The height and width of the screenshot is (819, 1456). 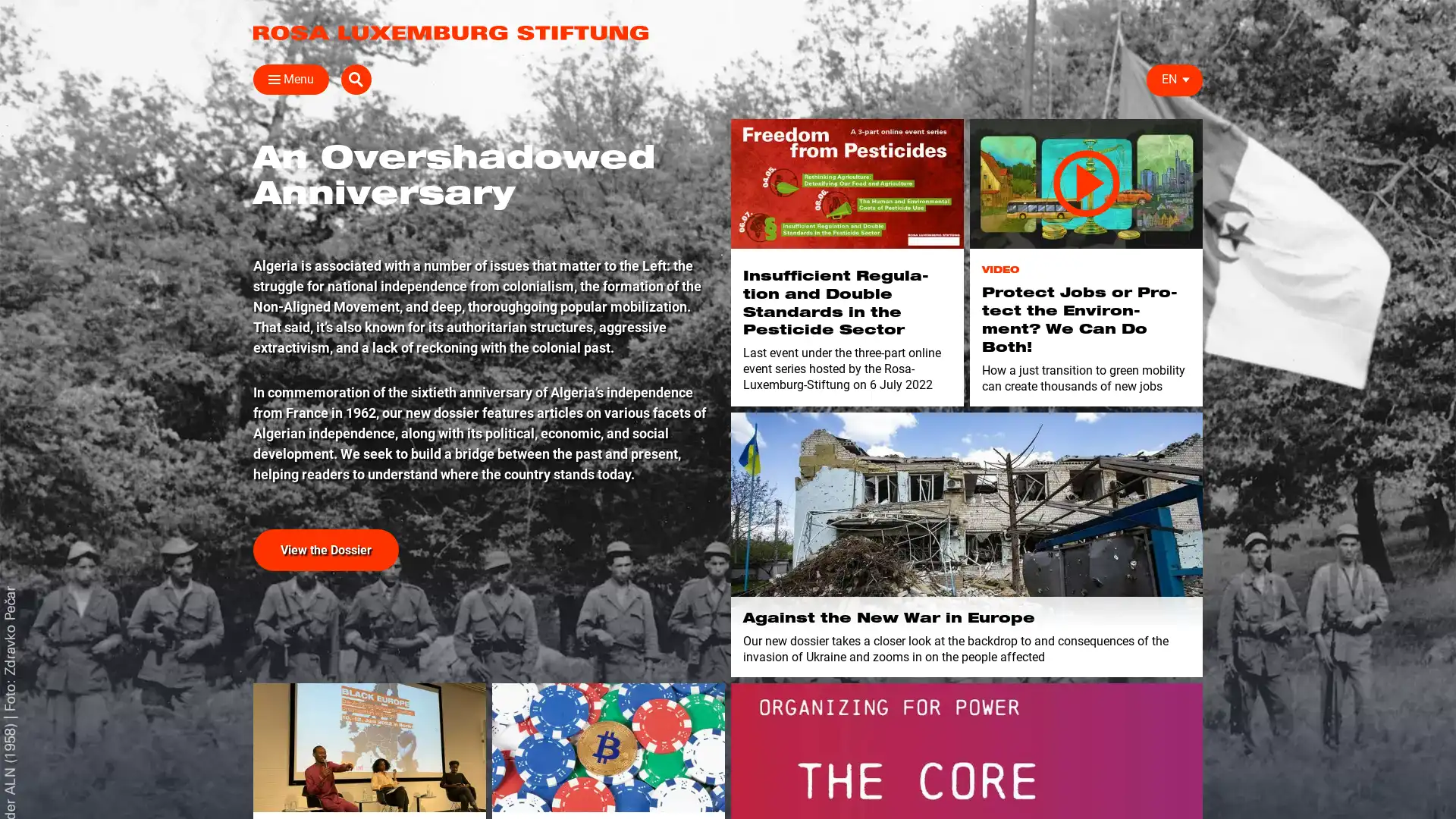 I want to click on Show more / less, so click(x=246, y=227).